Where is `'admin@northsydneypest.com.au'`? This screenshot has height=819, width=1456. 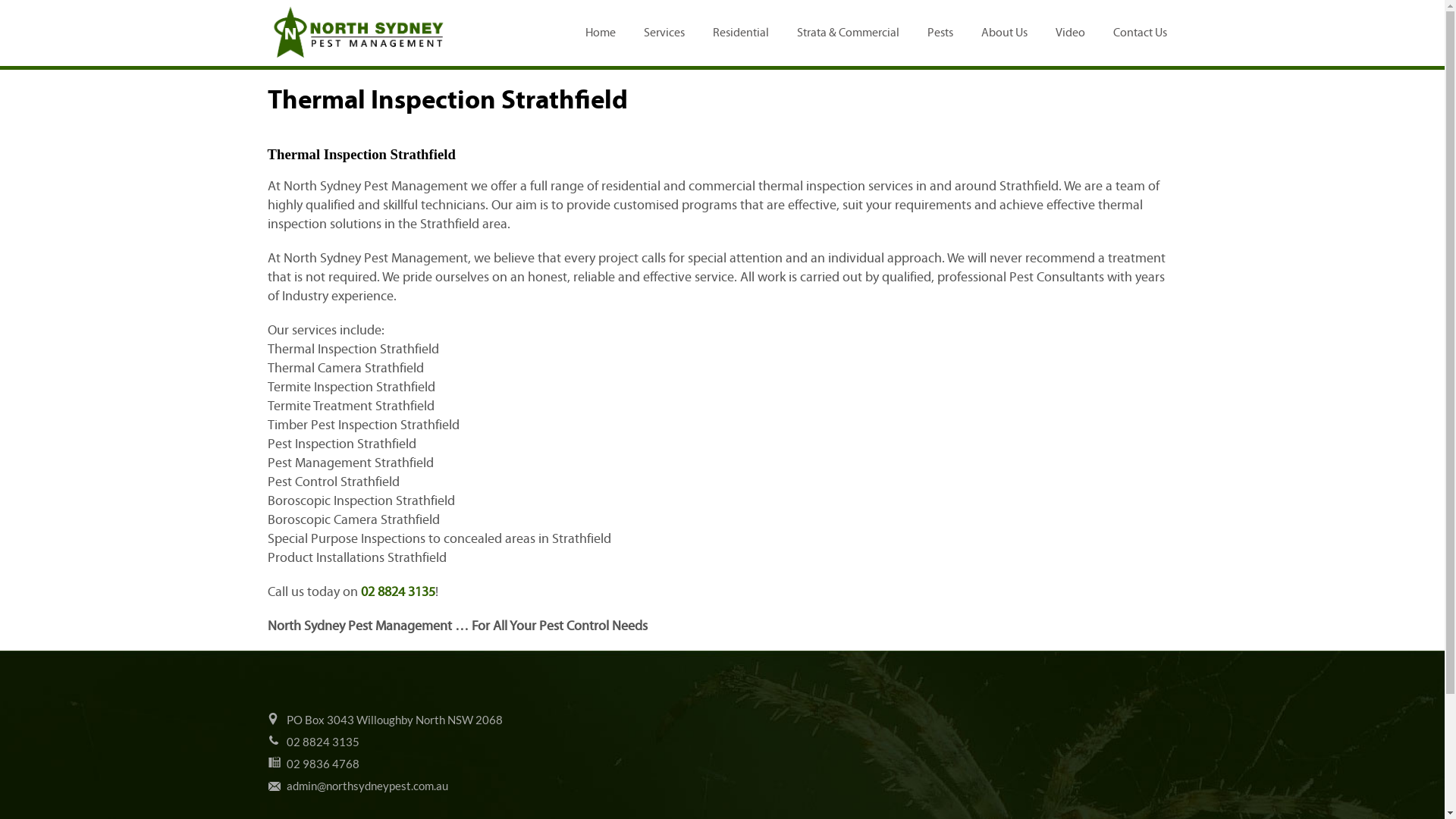 'admin@northsydneypest.com.au' is located at coordinates (367, 785).